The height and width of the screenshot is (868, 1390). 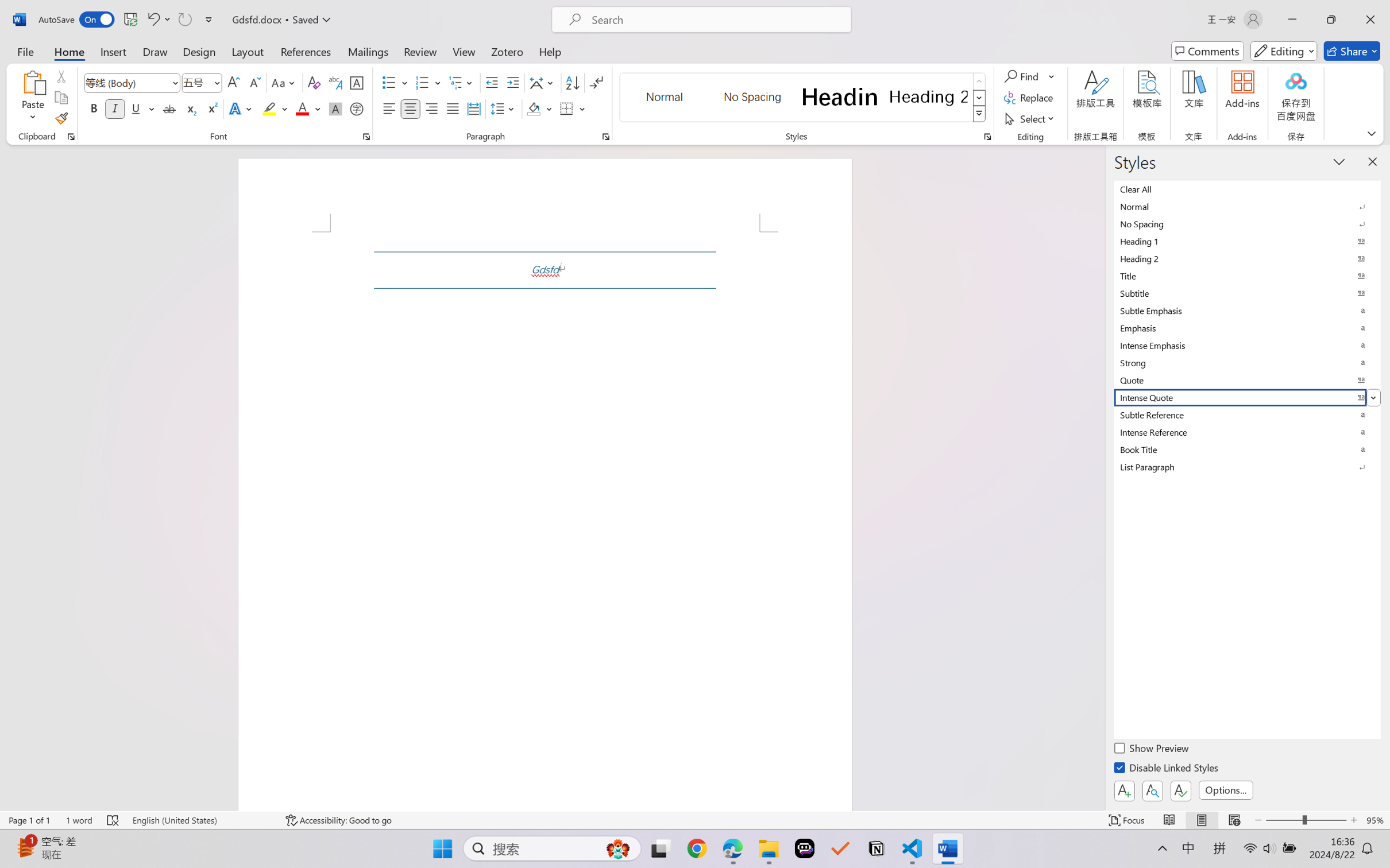 What do you see at coordinates (60, 75) in the screenshot?
I see `'Cut'` at bounding box center [60, 75].